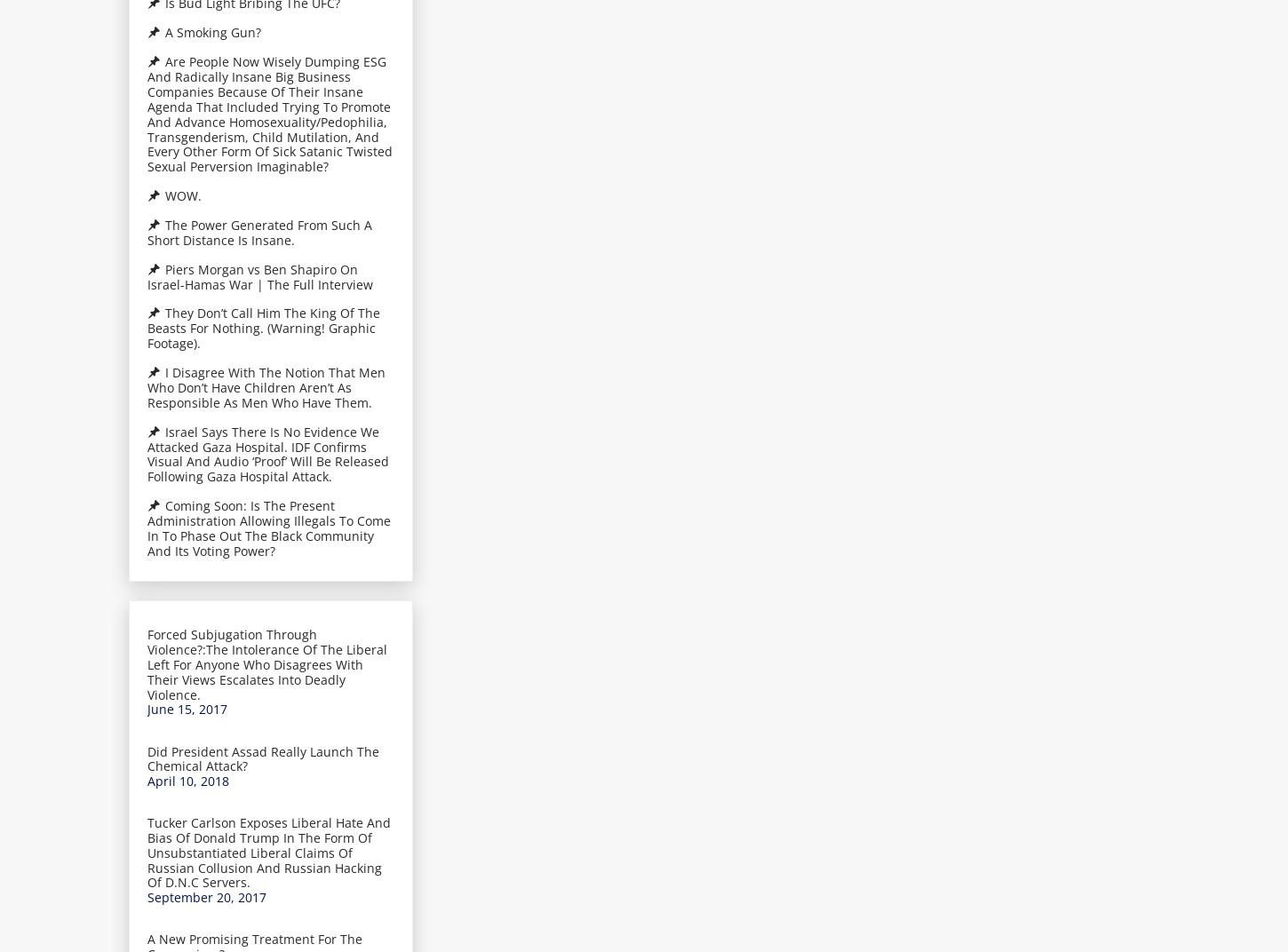 This screenshot has height=952, width=1288. Describe the element at coordinates (147, 897) in the screenshot. I see `'September 20, 2017'` at that location.